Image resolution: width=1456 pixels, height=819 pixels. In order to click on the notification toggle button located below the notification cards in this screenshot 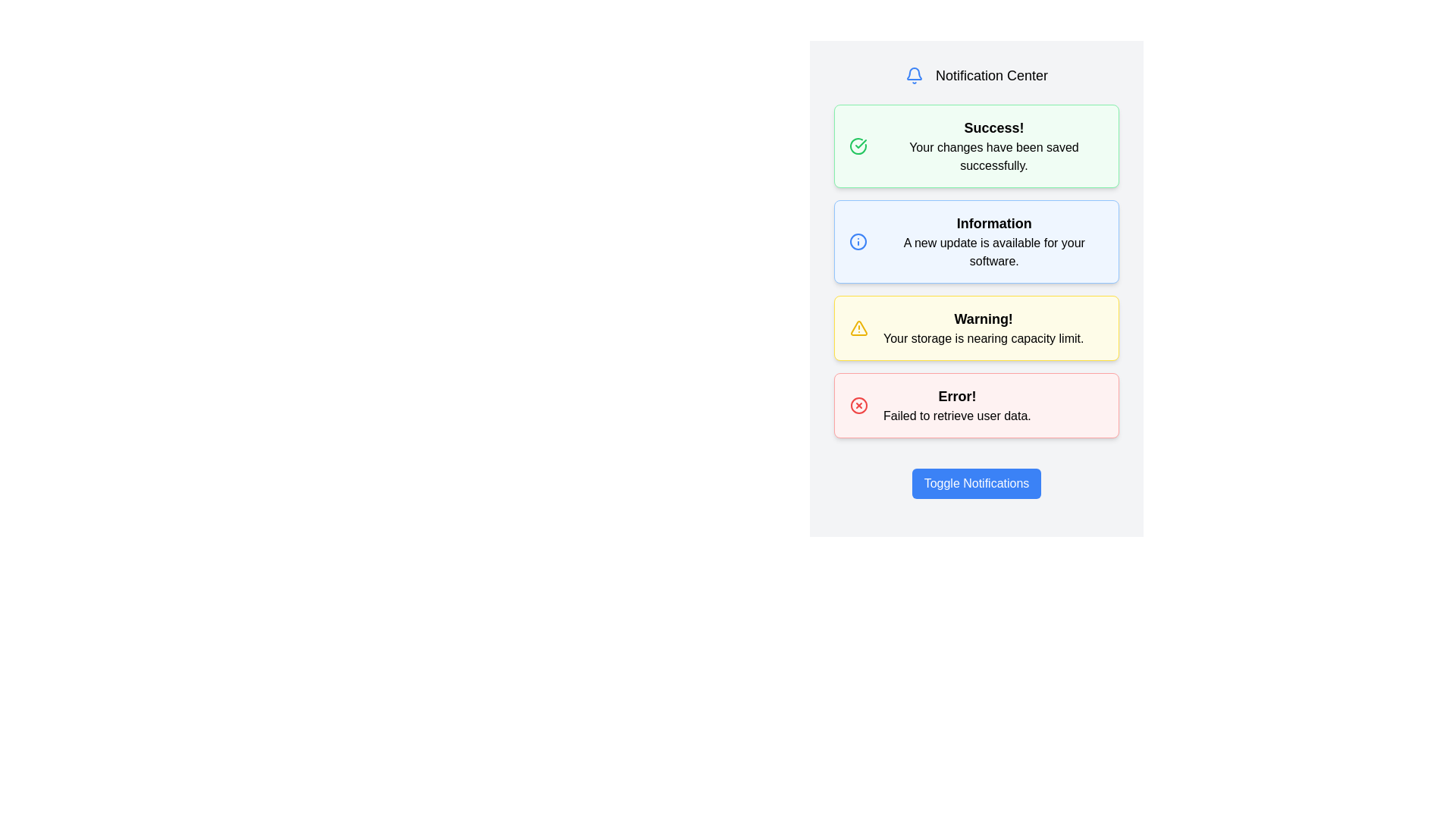, I will do `click(976, 483)`.